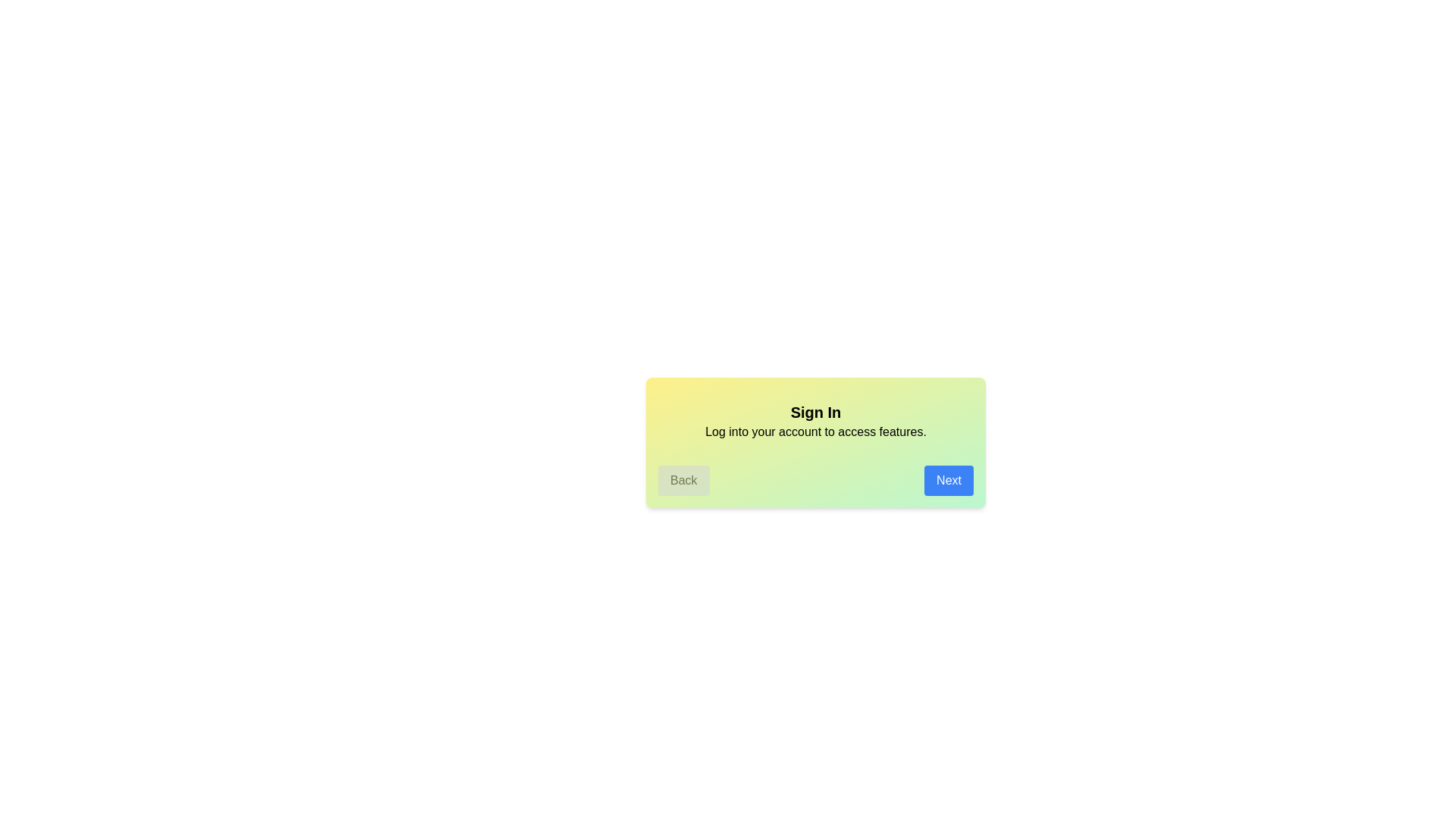 This screenshot has height=819, width=1456. Describe the element at coordinates (948, 480) in the screenshot. I see `the 'Next' button to proceed to the next step in the guided tour` at that location.